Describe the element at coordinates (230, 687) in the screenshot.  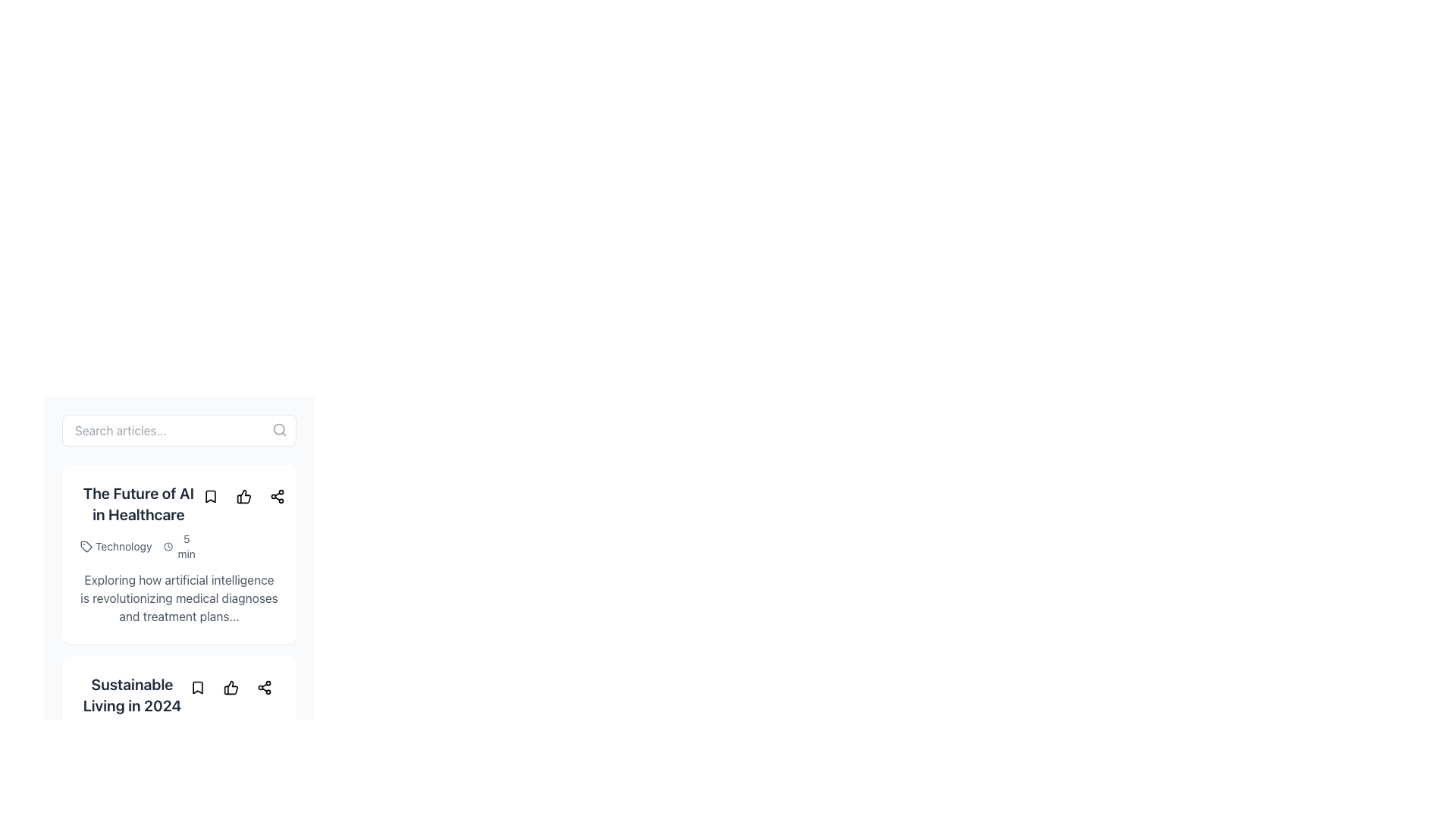
I see `the thumbs-up icon located underneath the article titled 'Sustainable Living in 2024' to express approval for the content` at that location.